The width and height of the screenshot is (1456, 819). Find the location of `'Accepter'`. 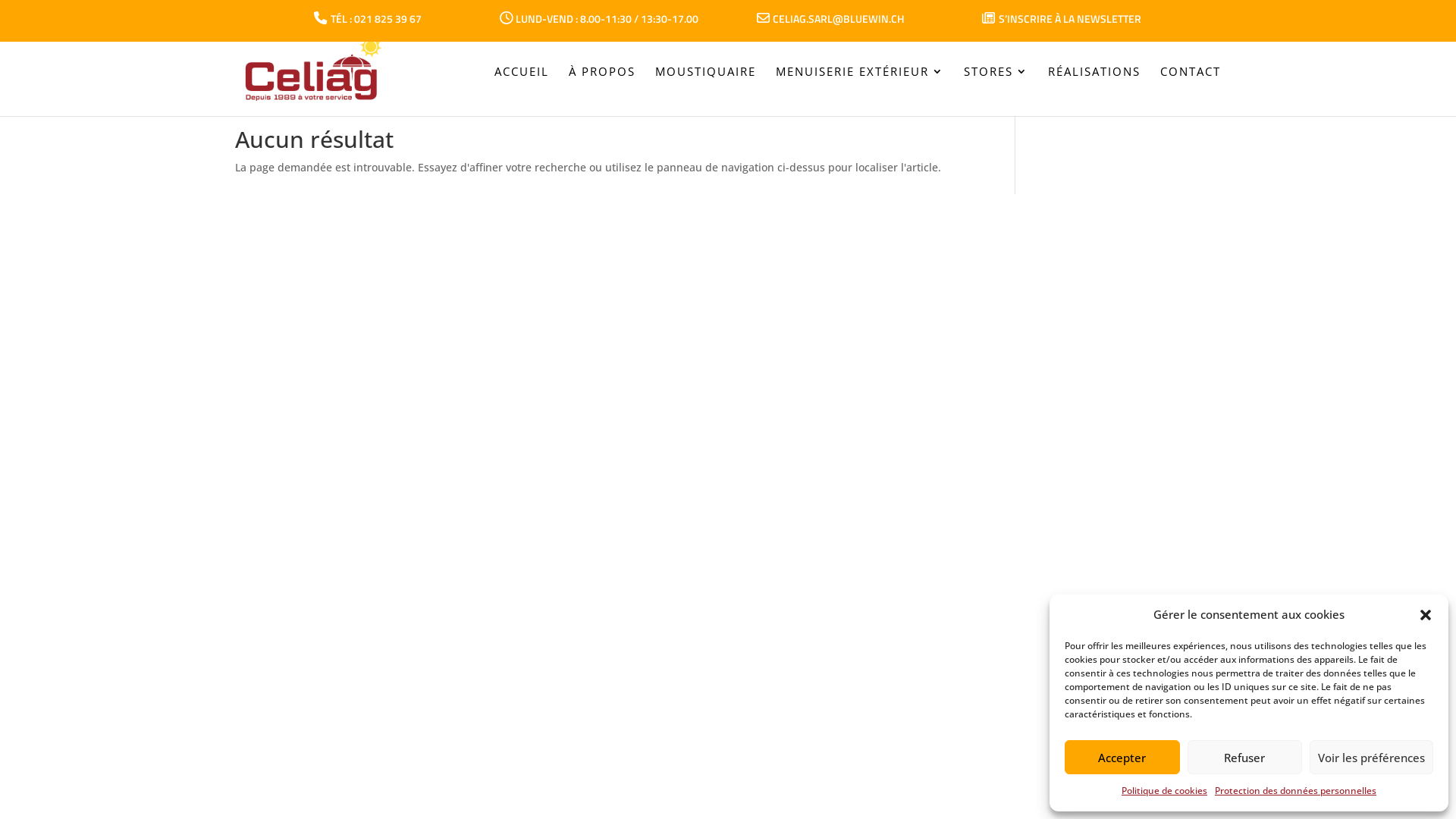

'Accepter' is located at coordinates (1063, 757).